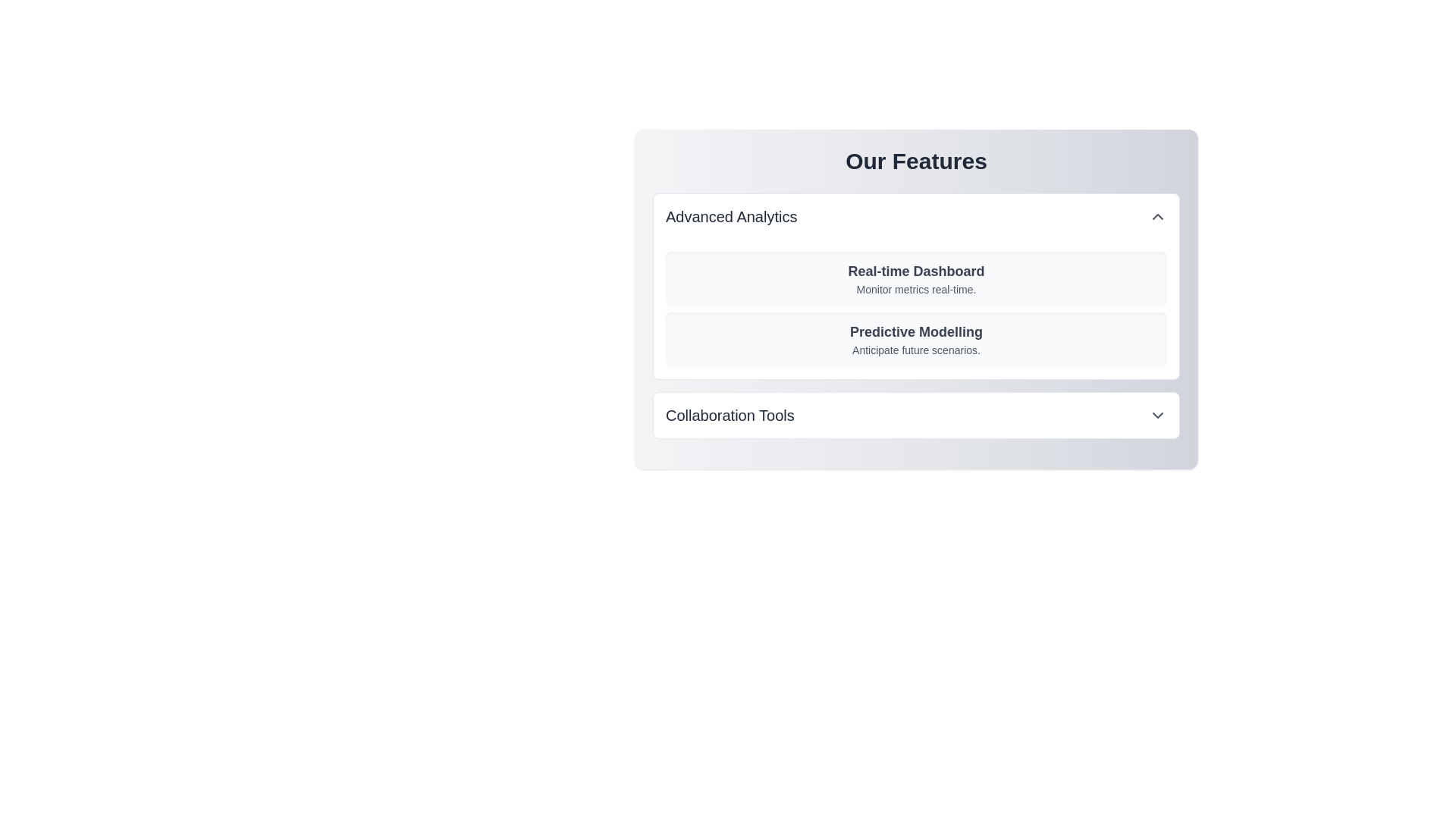  I want to click on the title text label for the 'Predictive Modelling' feature panel, which provides an overview of the predictive modeling feature, so click(915, 331).